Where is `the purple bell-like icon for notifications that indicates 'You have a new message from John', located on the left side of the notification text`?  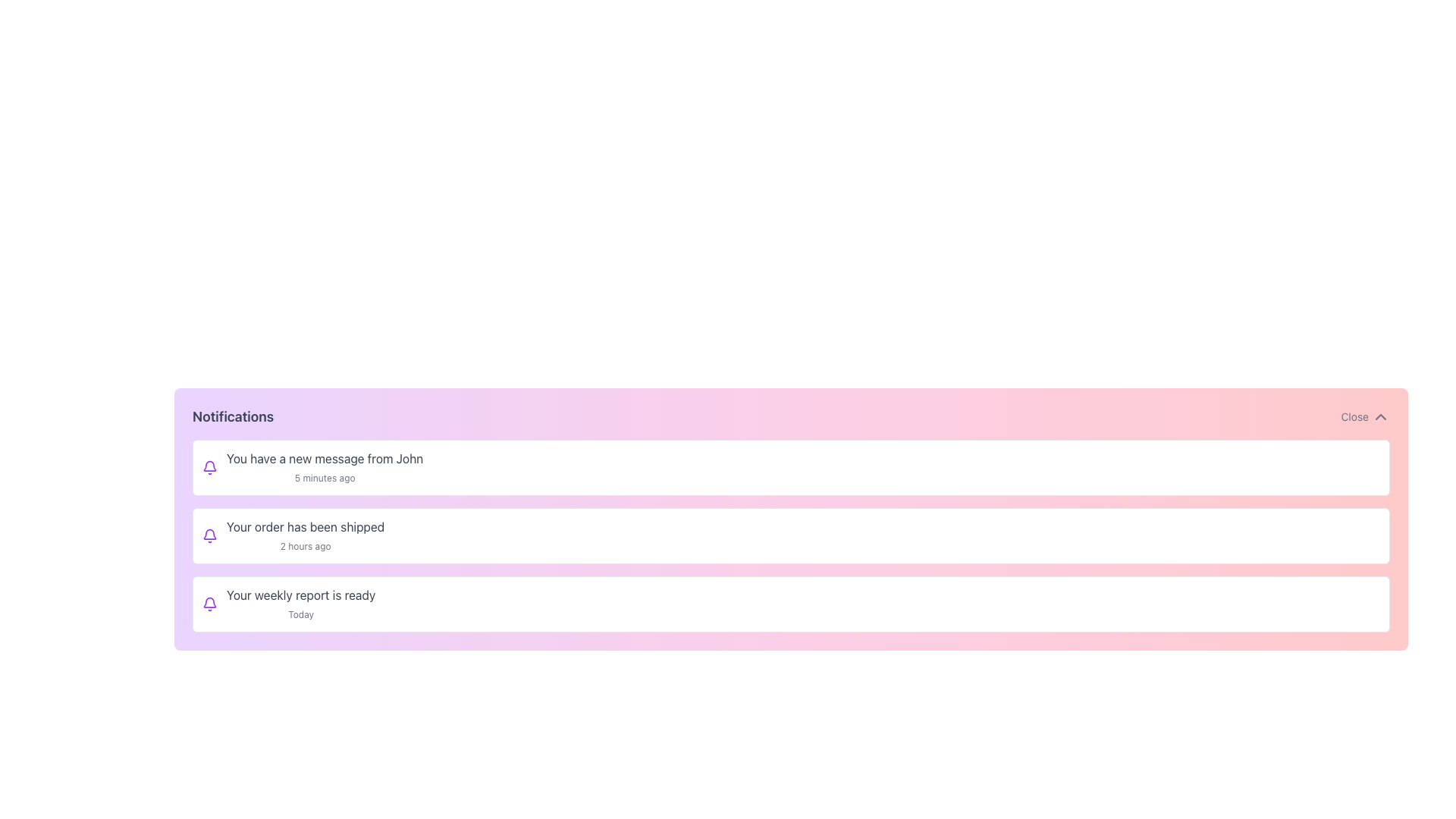
the purple bell-like icon for notifications that indicates 'You have a new message from John', located on the left side of the notification text is located at coordinates (209, 467).